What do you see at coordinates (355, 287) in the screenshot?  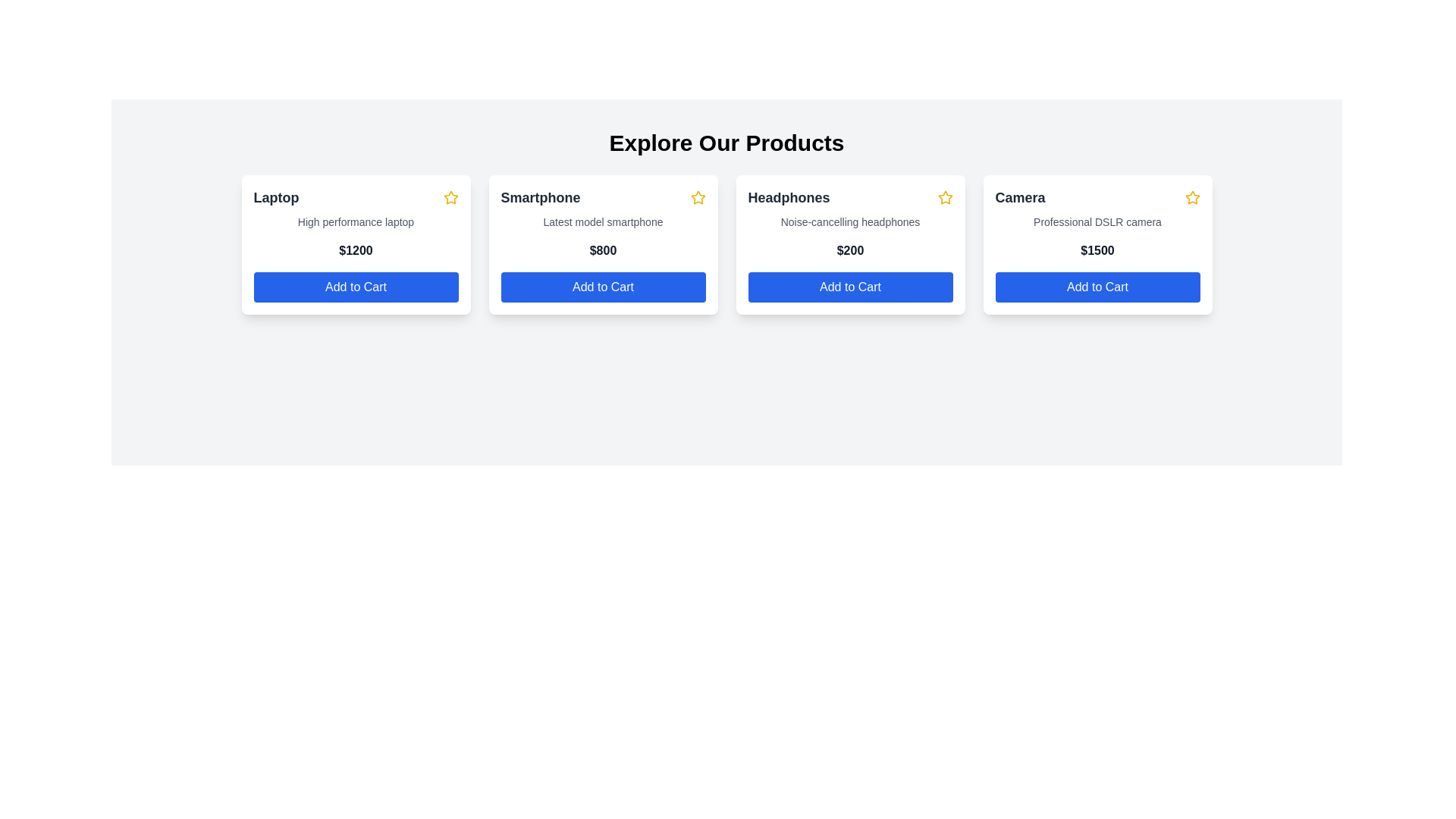 I see `the 'Add to Cart' button located at the bottom of the 'Laptop' product card` at bounding box center [355, 287].